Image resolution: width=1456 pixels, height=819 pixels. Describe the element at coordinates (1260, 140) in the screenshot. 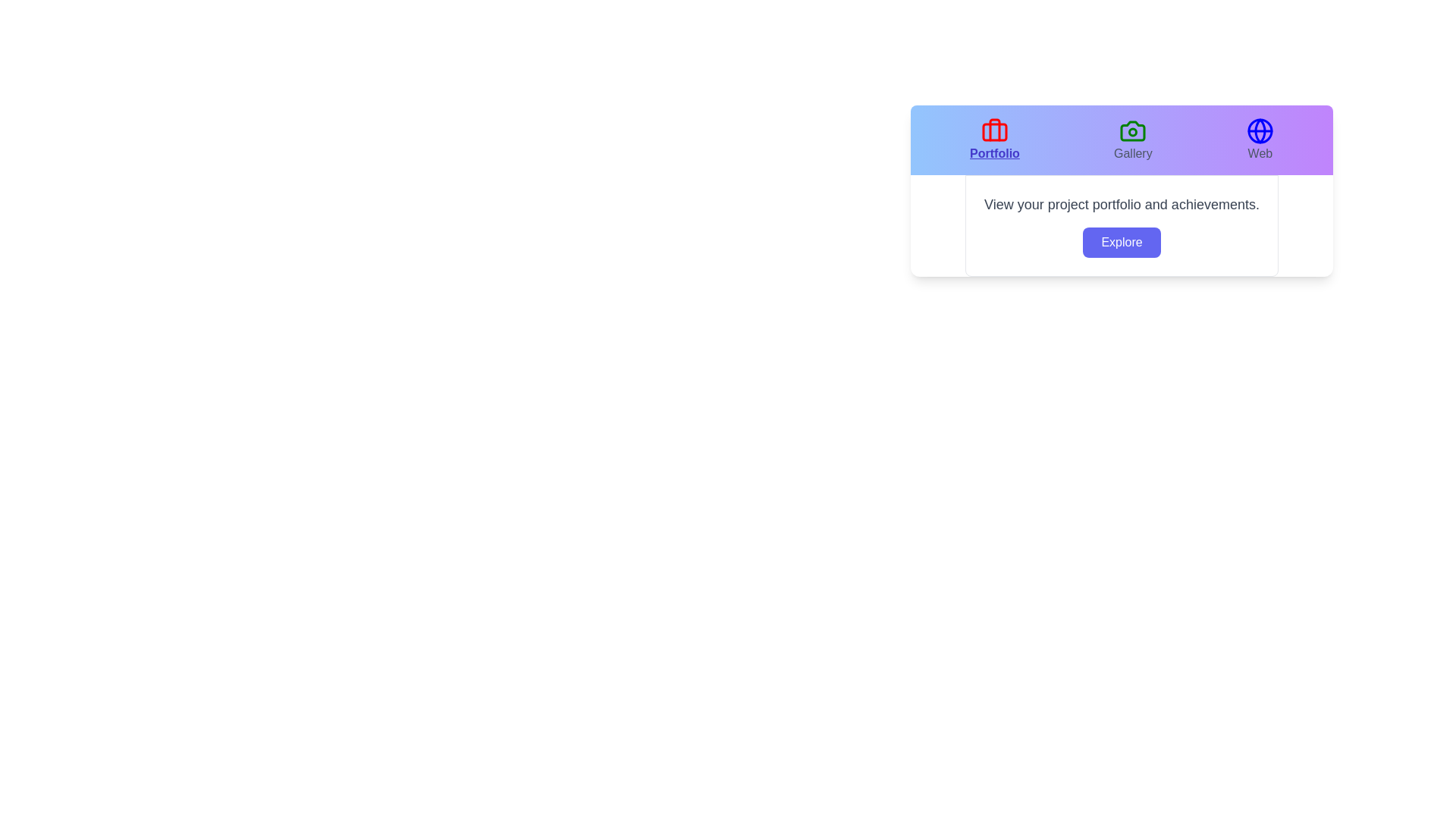

I see `the Web tab to select it` at that location.